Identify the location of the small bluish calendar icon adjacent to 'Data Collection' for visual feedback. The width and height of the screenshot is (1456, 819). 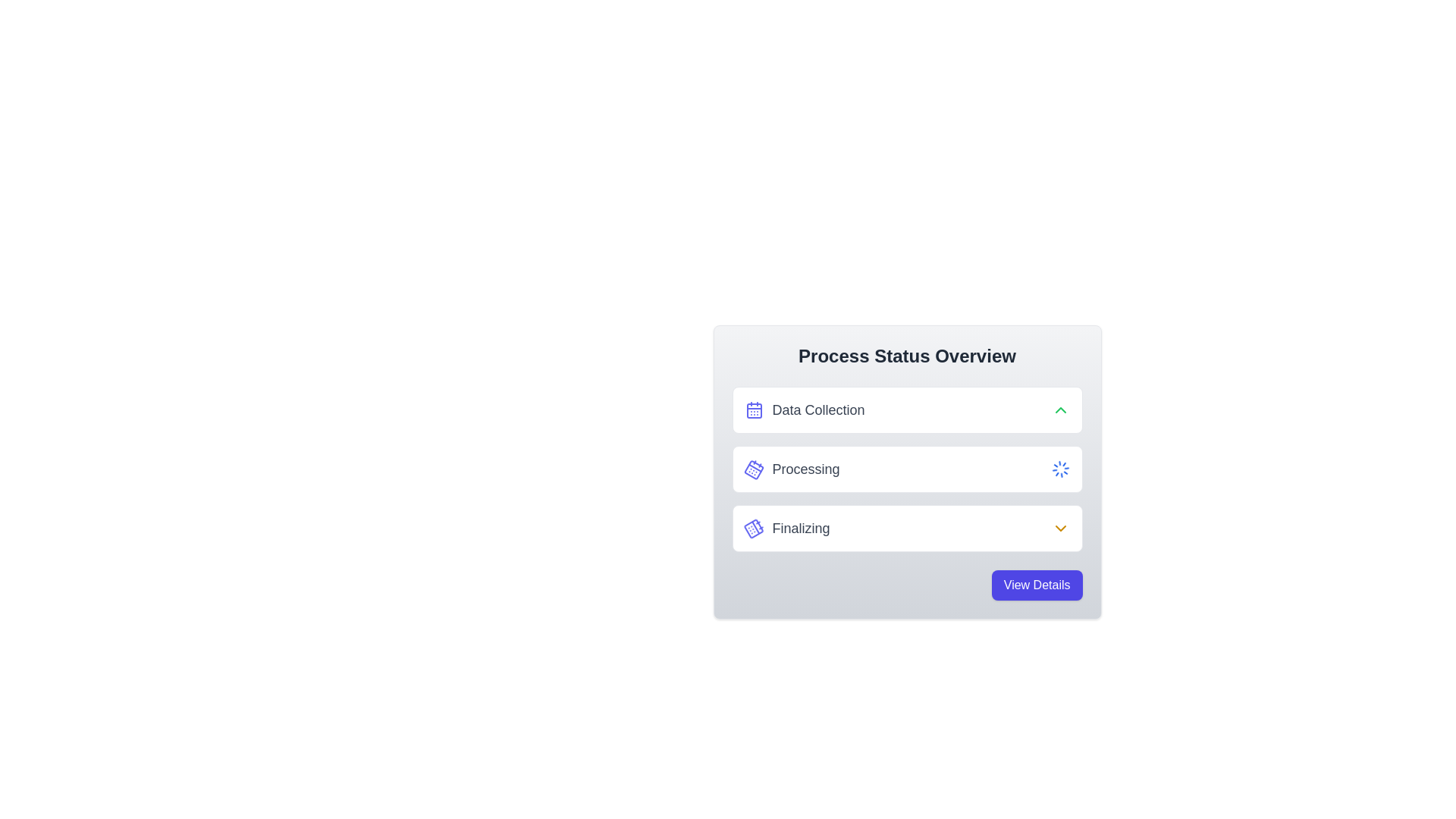
(754, 409).